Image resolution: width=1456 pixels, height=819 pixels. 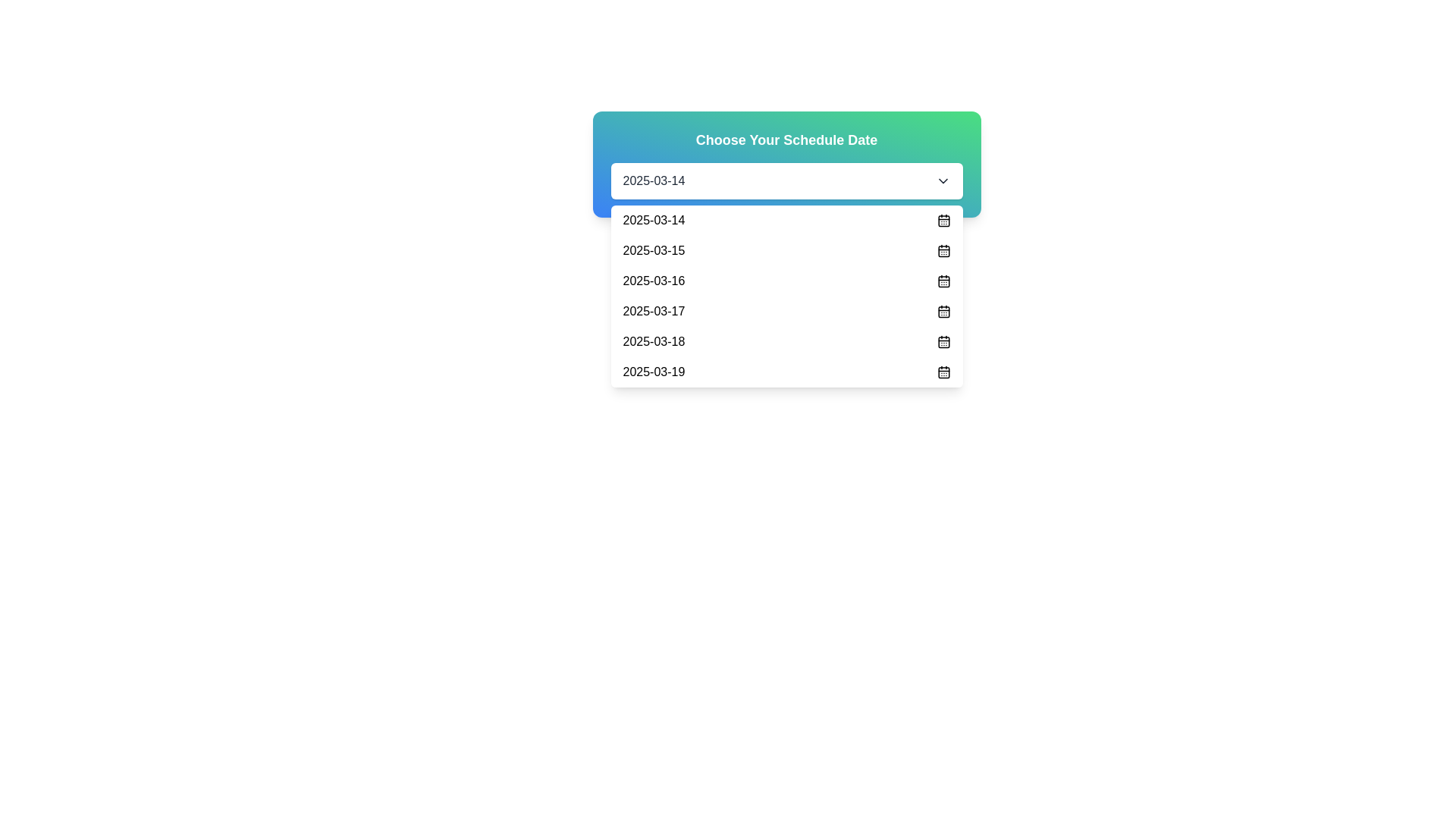 What do you see at coordinates (786, 296) in the screenshot?
I see `the dropdown menu item '2025-03-16'` at bounding box center [786, 296].